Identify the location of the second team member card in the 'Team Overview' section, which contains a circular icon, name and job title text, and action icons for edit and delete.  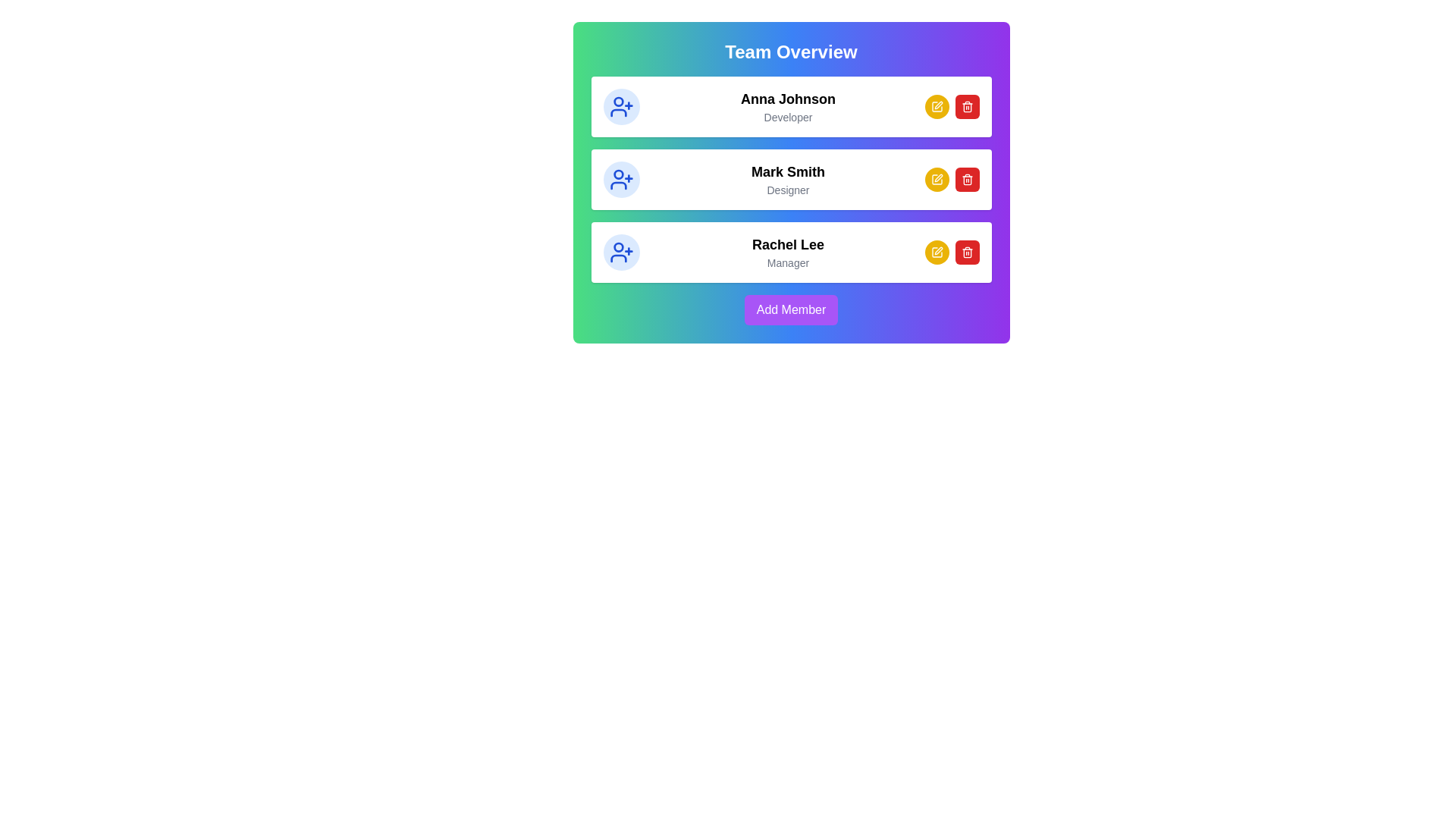
(790, 178).